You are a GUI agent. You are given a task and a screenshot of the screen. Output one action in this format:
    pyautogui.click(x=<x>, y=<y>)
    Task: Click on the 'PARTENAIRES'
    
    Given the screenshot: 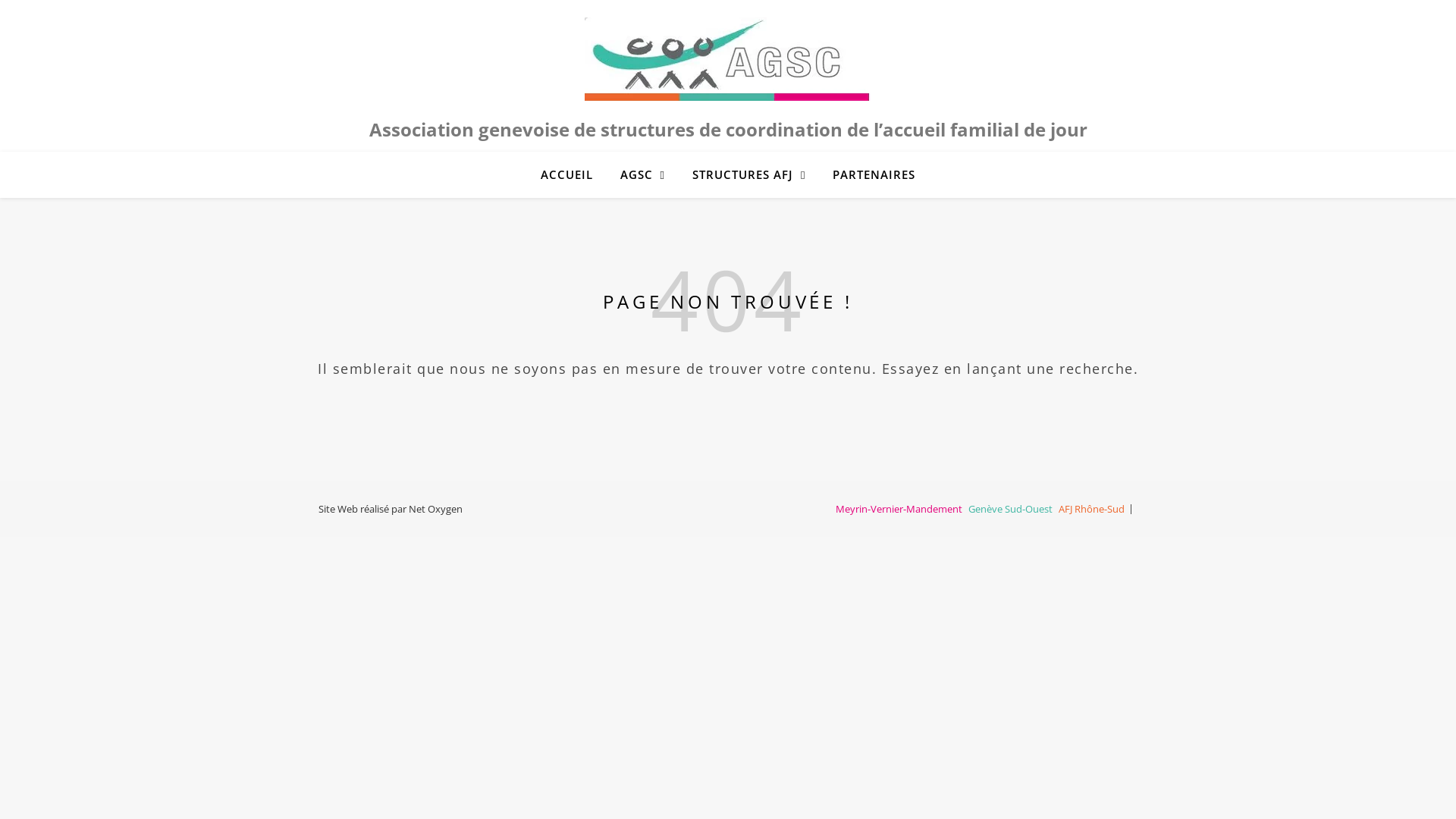 What is the action you would take?
    pyautogui.click(x=868, y=174)
    